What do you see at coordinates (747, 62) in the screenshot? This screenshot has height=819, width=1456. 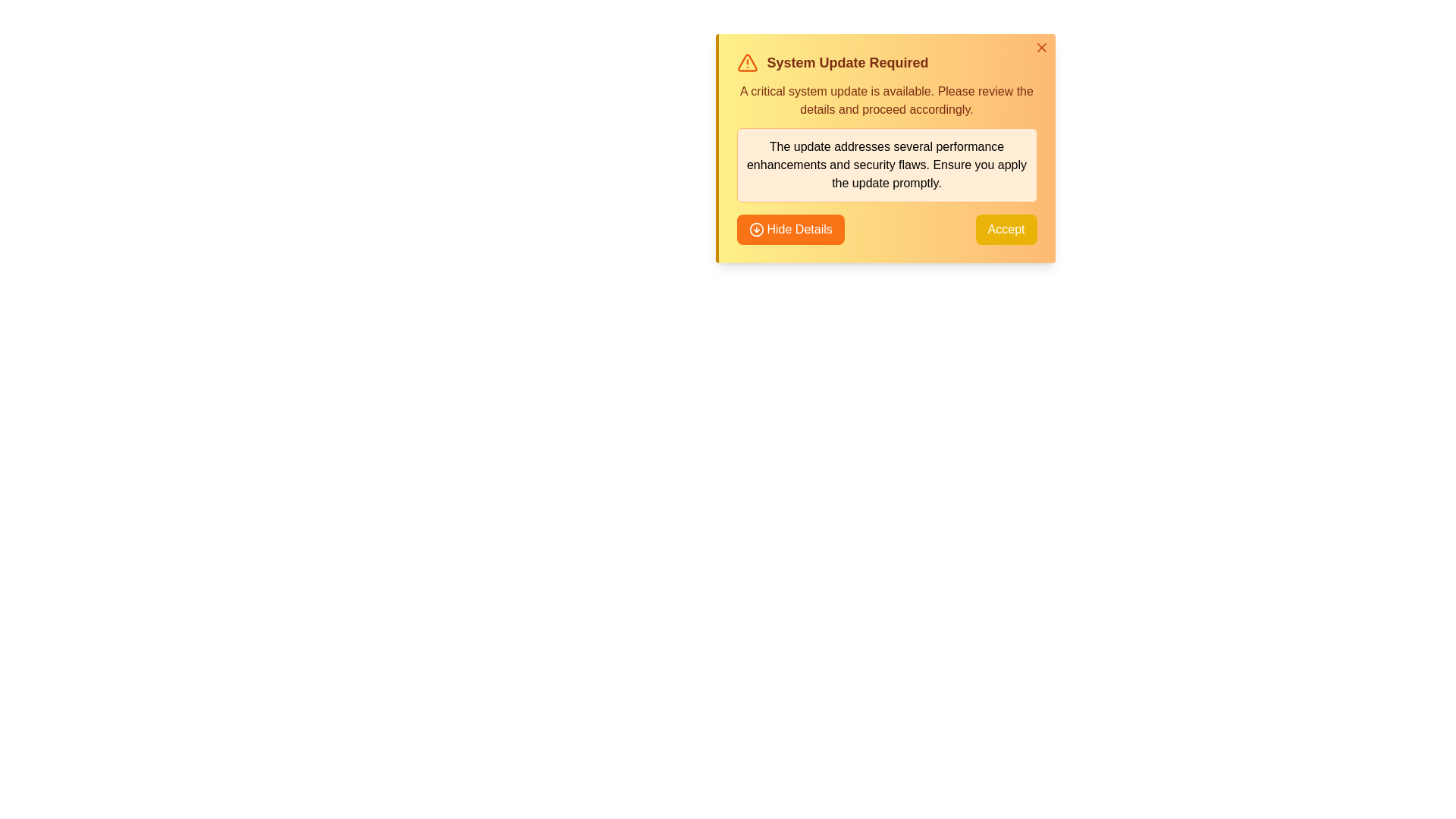 I see `the warning_triangle icon in the notification` at bounding box center [747, 62].